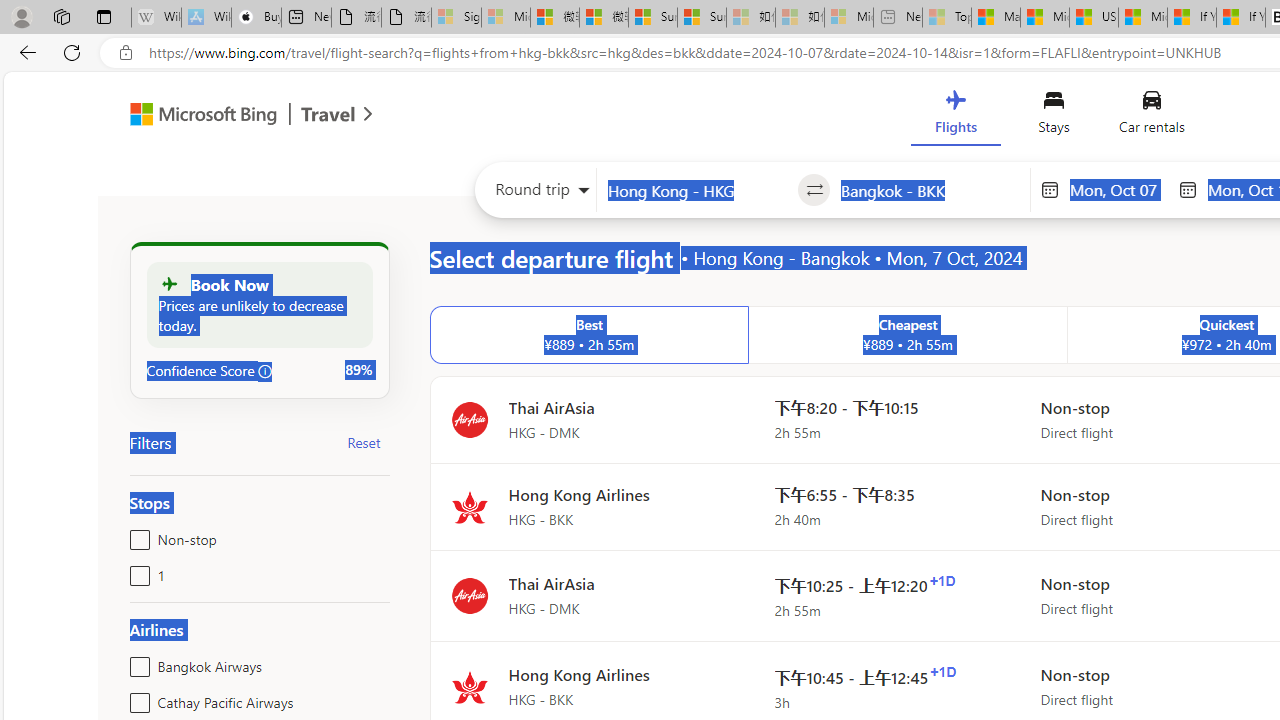  What do you see at coordinates (929, 190) in the screenshot?
I see `'Going to?'` at bounding box center [929, 190].